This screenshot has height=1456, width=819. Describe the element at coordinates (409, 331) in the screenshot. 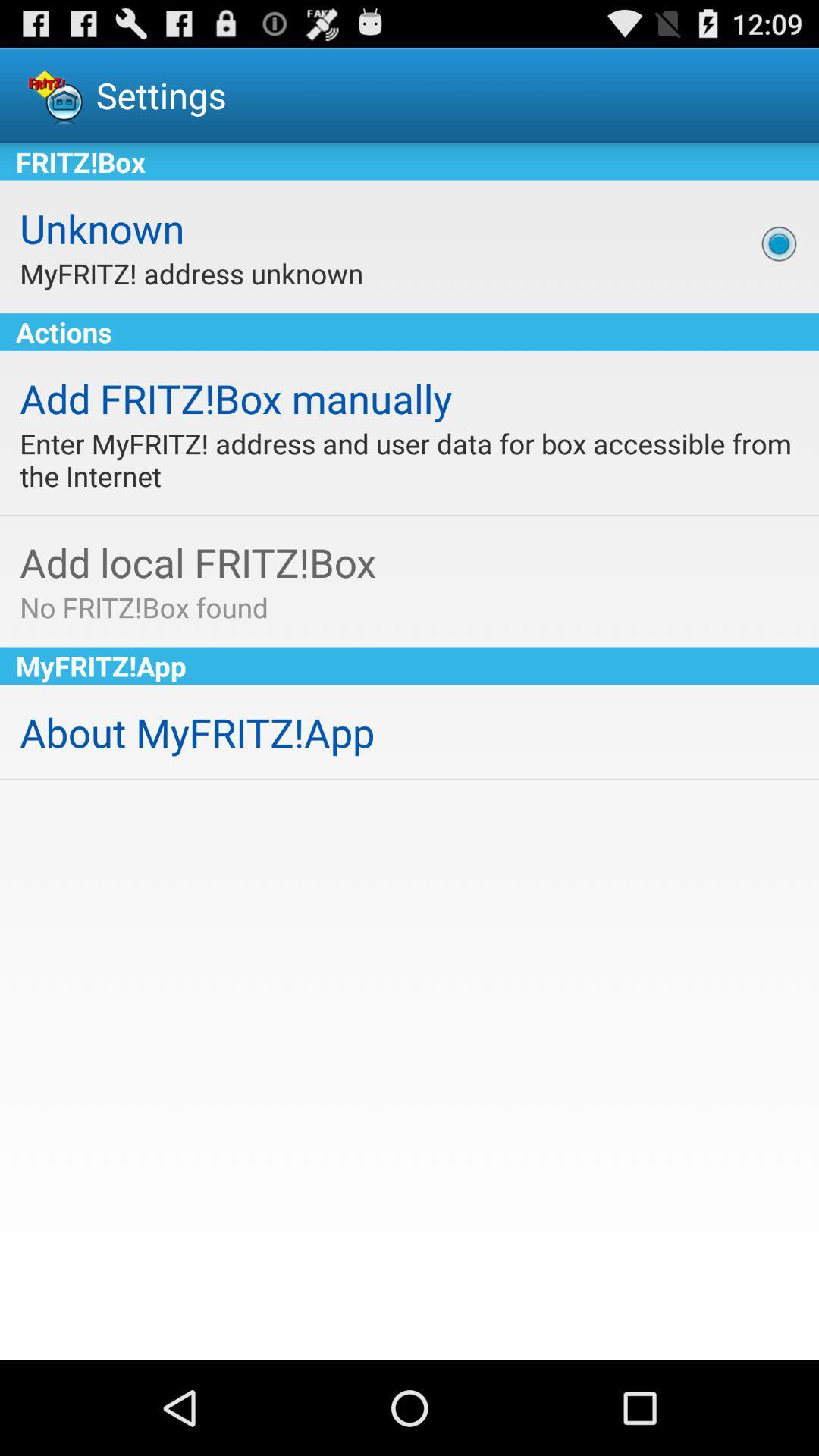

I see `actions item` at that location.